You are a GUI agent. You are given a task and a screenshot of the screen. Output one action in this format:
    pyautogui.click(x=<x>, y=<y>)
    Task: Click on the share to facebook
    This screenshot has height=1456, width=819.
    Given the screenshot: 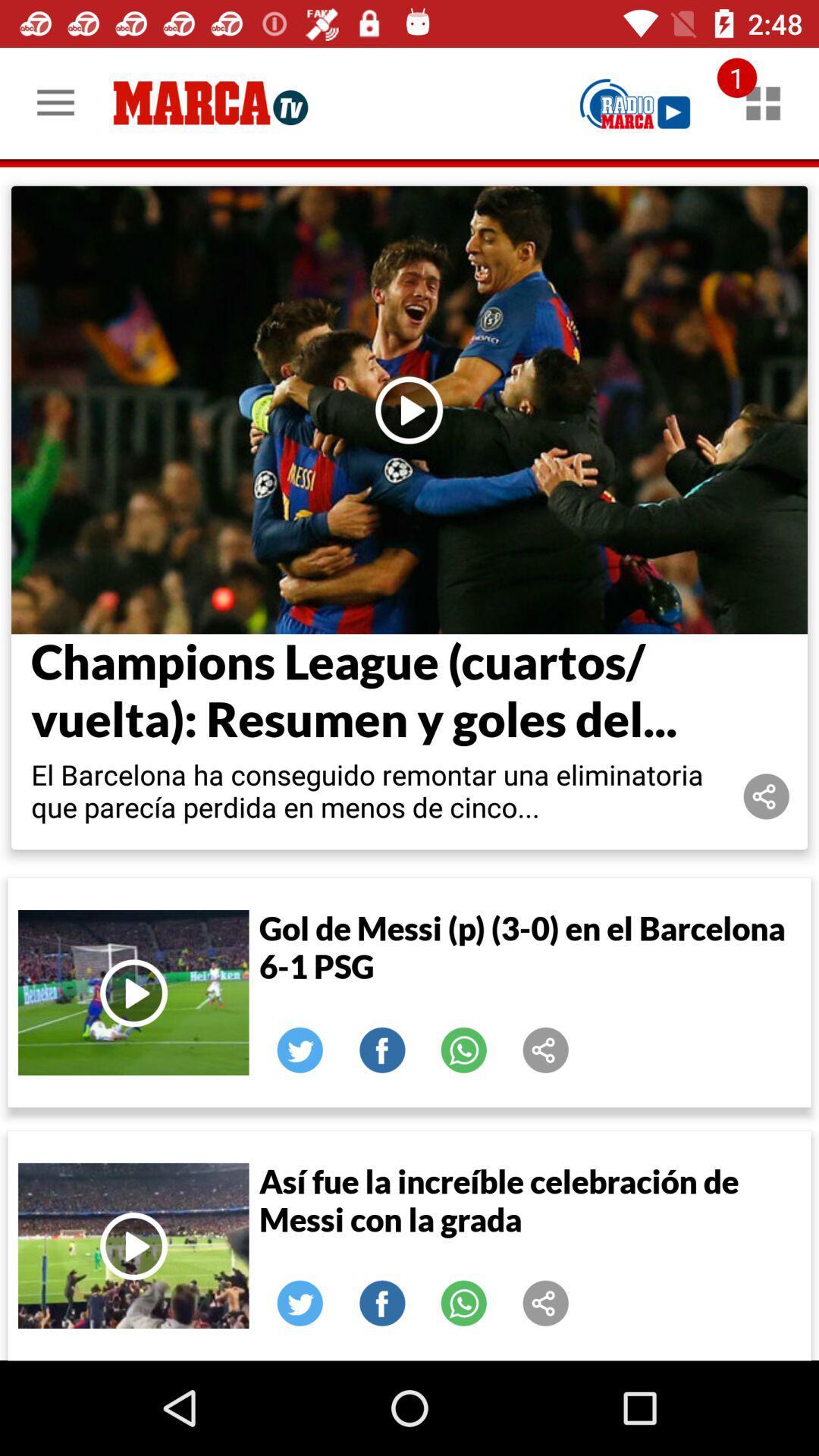 What is the action you would take?
    pyautogui.click(x=381, y=1302)
    